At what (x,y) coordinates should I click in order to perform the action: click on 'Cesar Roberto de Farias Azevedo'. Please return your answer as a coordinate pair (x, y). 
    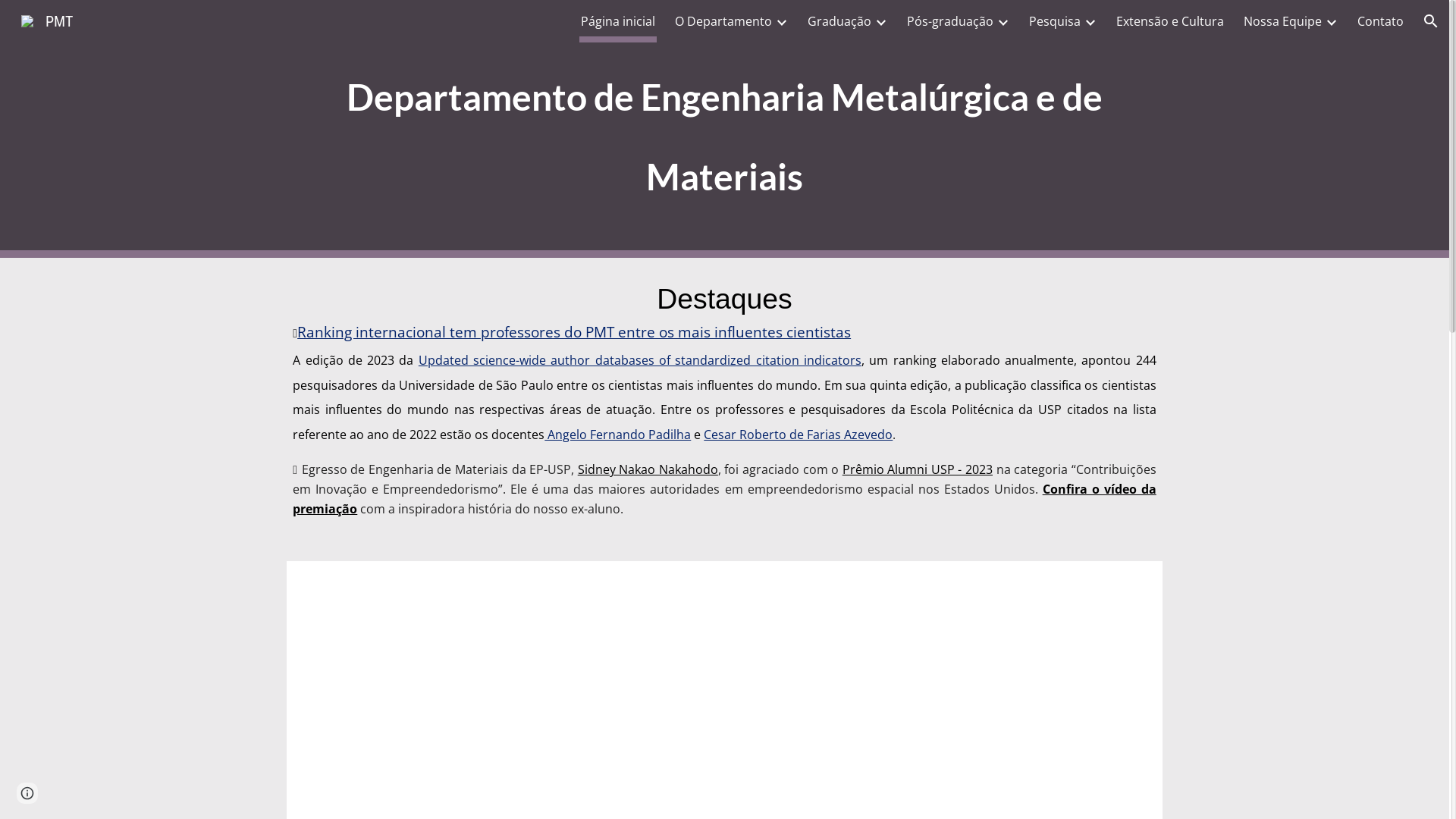
    Looking at the image, I should click on (797, 433).